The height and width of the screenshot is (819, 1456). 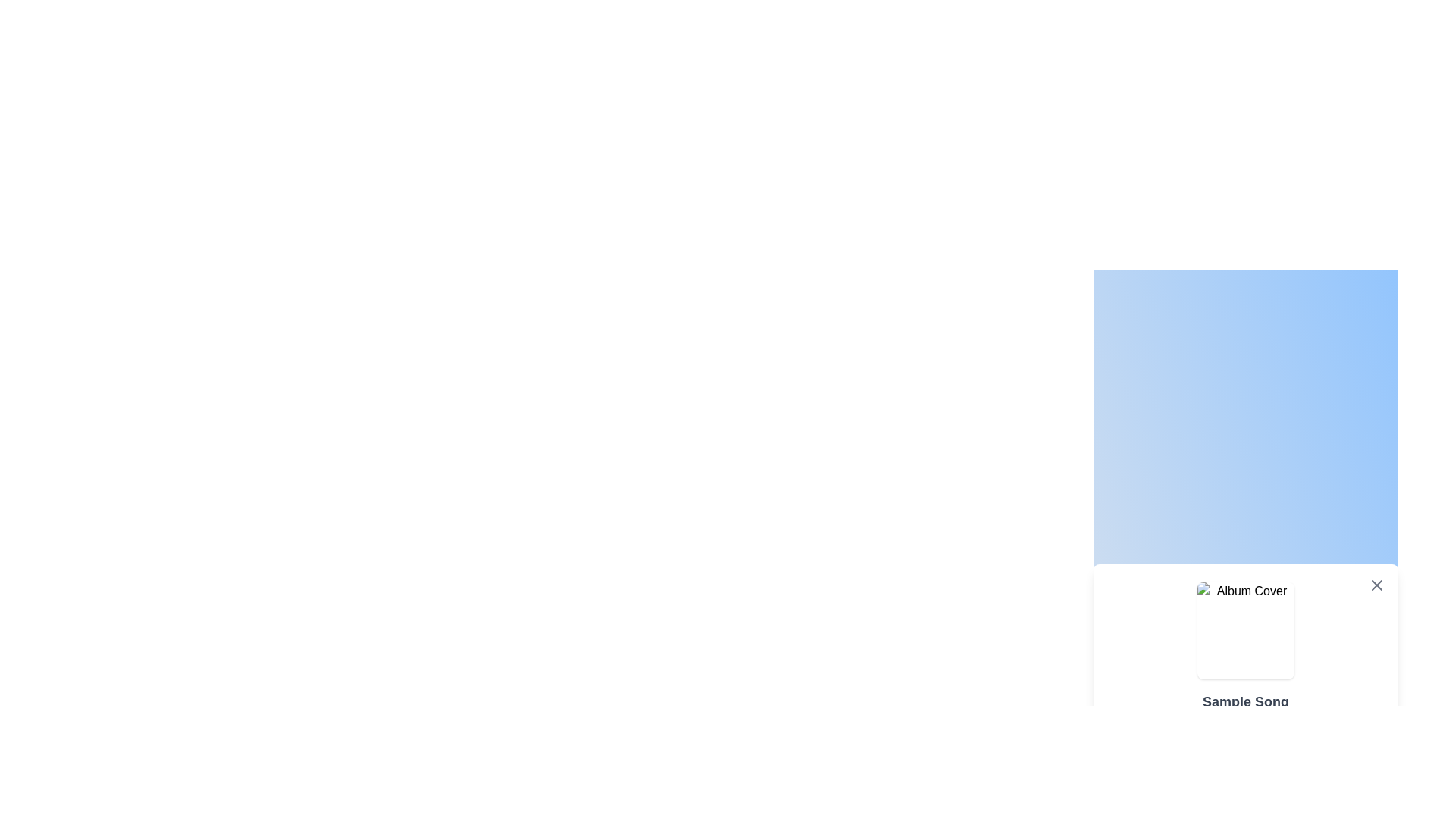 I want to click on the close button located at the top-right corner of the dialog, so click(x=1376, y=584).